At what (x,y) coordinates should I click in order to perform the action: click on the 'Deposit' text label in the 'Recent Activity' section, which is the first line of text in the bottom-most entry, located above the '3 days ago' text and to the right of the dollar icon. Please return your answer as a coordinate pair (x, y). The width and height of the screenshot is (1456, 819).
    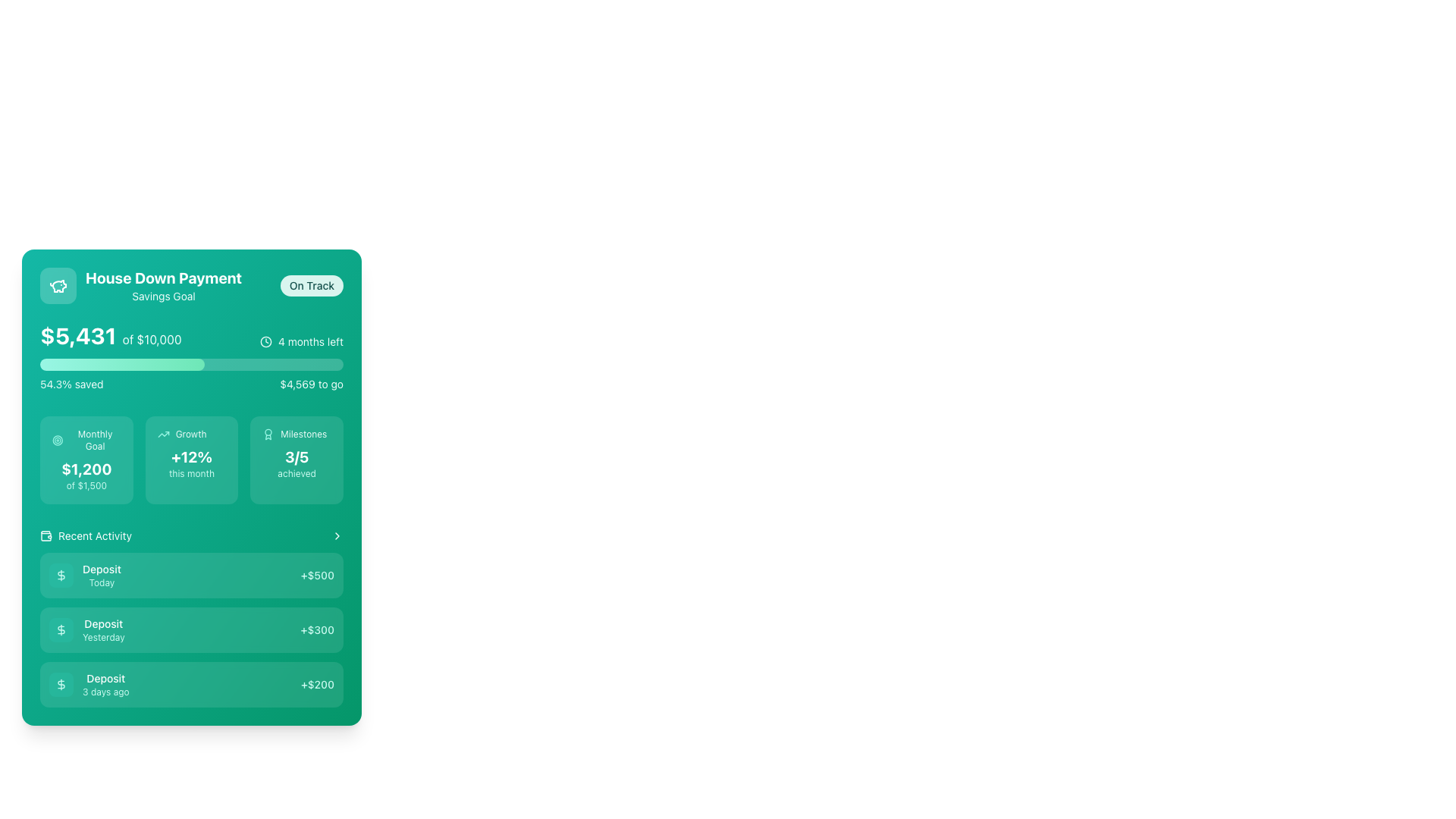
    Looking at the image, I should click on (105, 677).